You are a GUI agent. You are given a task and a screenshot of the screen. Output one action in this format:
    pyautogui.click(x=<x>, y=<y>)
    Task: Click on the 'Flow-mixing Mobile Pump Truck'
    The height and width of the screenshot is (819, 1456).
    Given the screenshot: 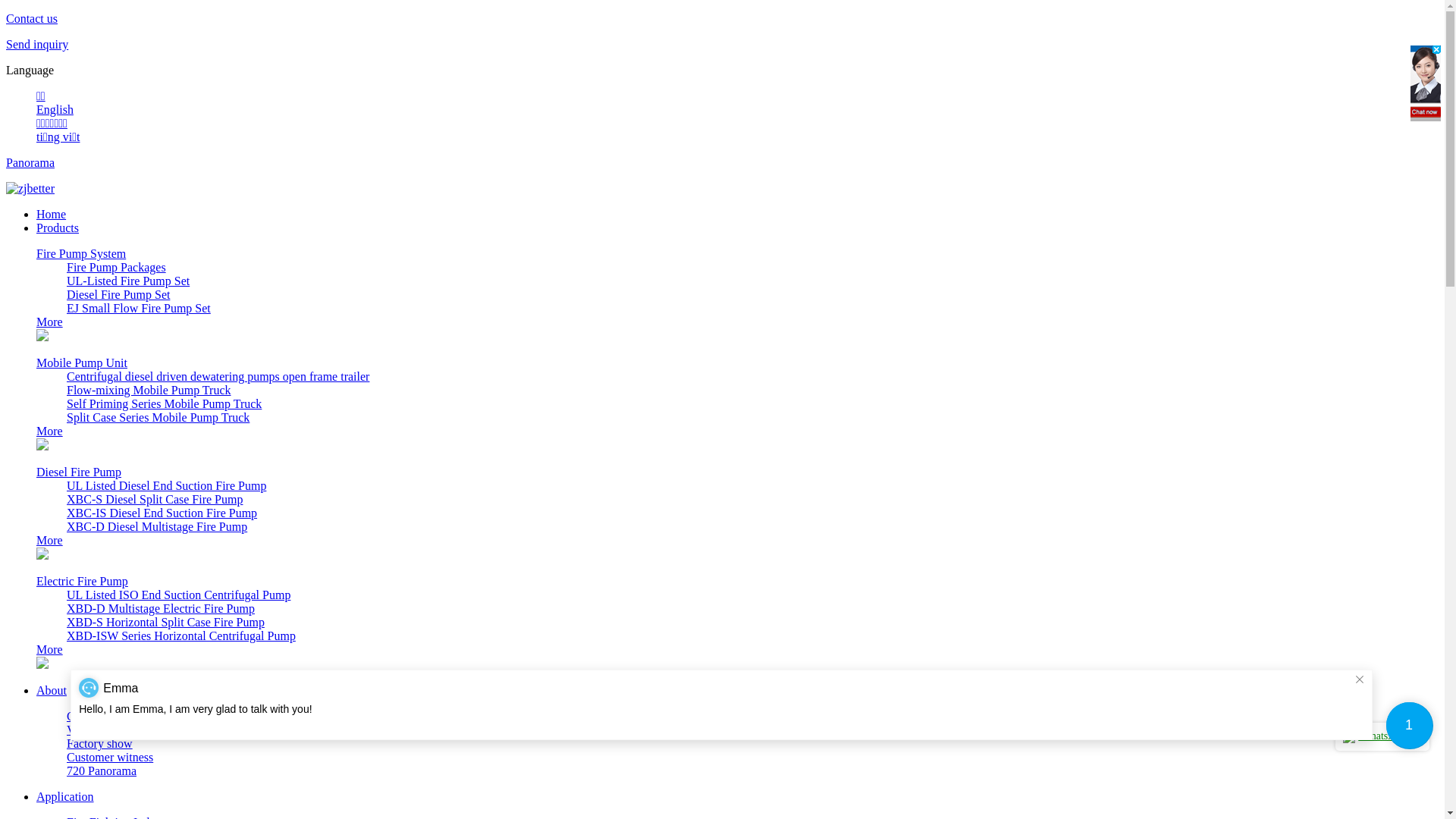 What is the action you would take?
    pyautogui.click(x=149, y=389)
    